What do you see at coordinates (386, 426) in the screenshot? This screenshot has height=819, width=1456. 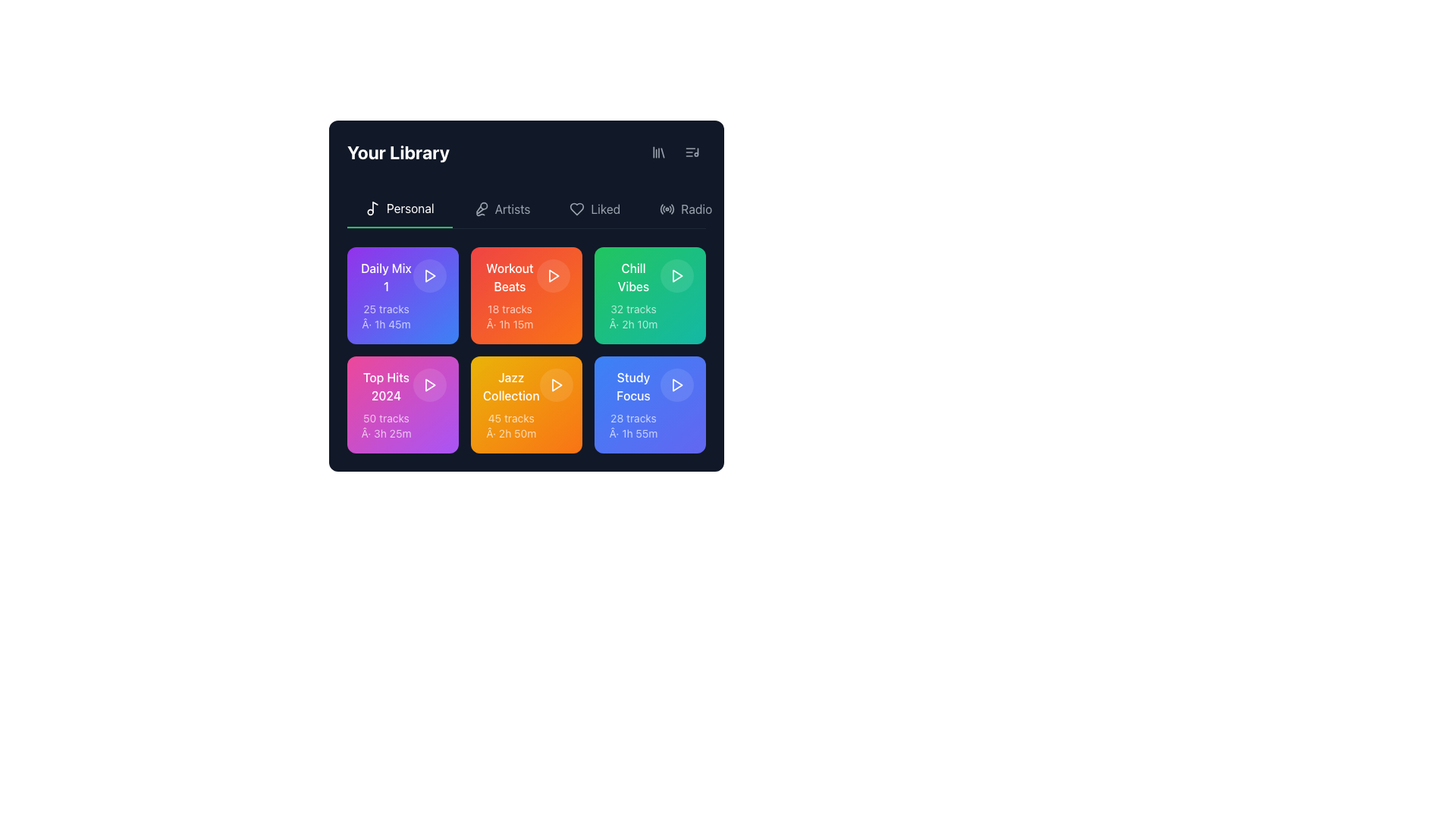 I see `the text label displaying '50 tracks Â· 3h 25m' which is located below the 'Top Hits 2024' title in the pink-purple gradient tile` at bounding box center [386, 426].